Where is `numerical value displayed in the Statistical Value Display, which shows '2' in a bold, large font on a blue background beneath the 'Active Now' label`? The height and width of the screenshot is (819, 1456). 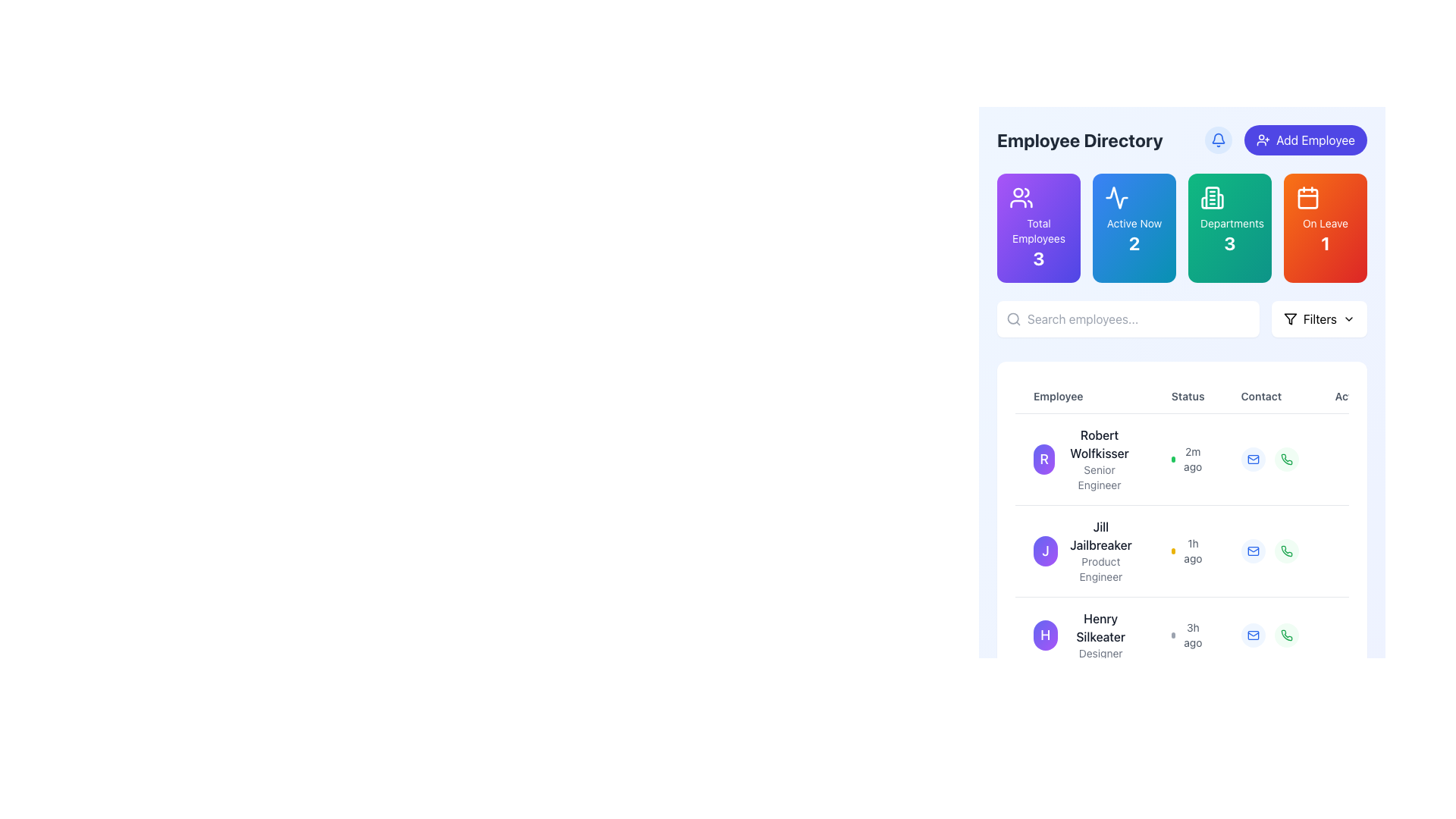 numerical value displayed in the Statistical Value Display, which shows '2' in a bold, large font on a blue background beneath the 'Active Now' label is located at coordinates (1134, 242).